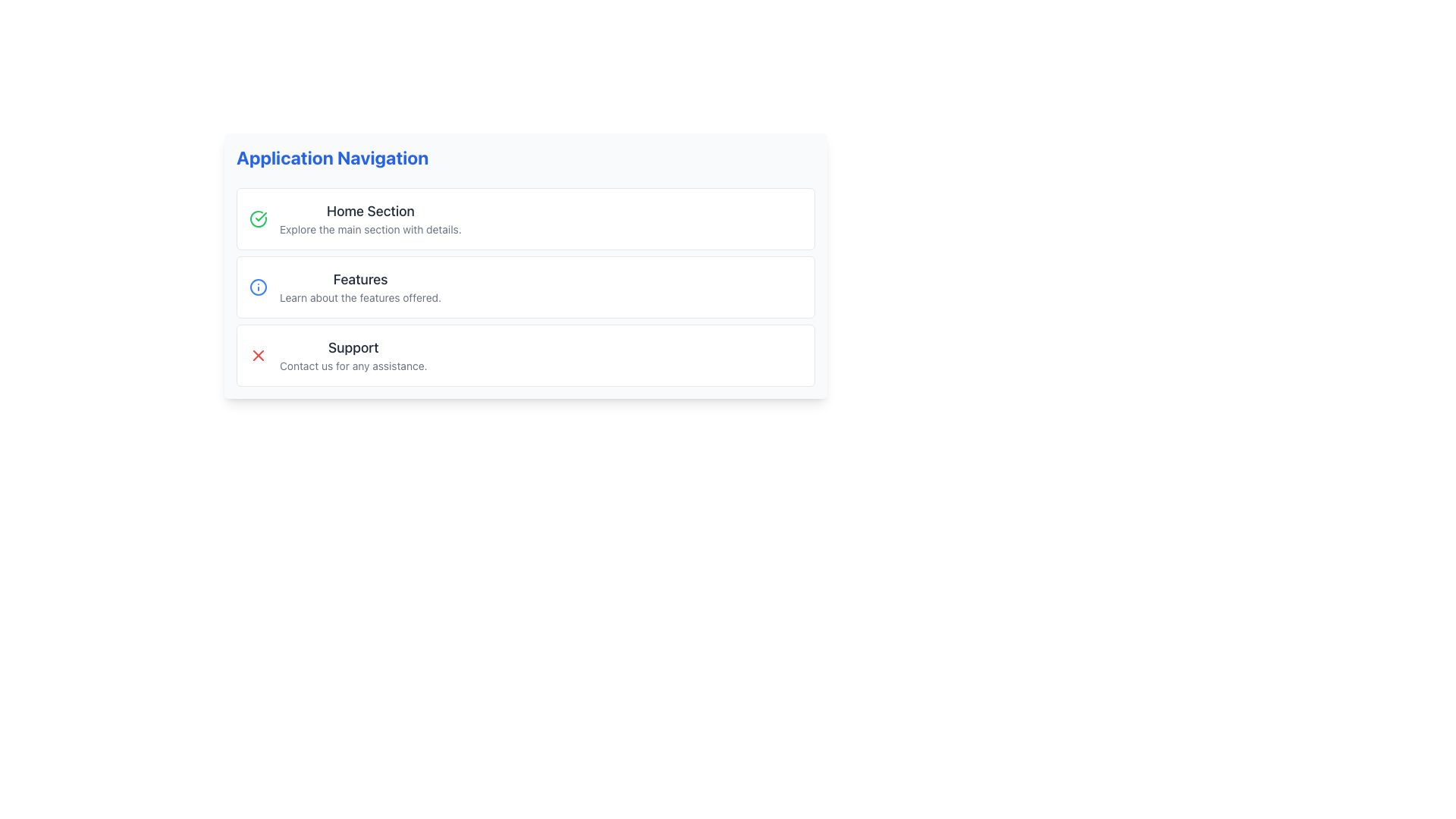 The width and height of the screenshot is (1456, 819). I want to click on the icon indicating the 'Support' section located in the left corner of the 'Application Navigation' section, which precedes the 'Support' title text, so click(258, 356).